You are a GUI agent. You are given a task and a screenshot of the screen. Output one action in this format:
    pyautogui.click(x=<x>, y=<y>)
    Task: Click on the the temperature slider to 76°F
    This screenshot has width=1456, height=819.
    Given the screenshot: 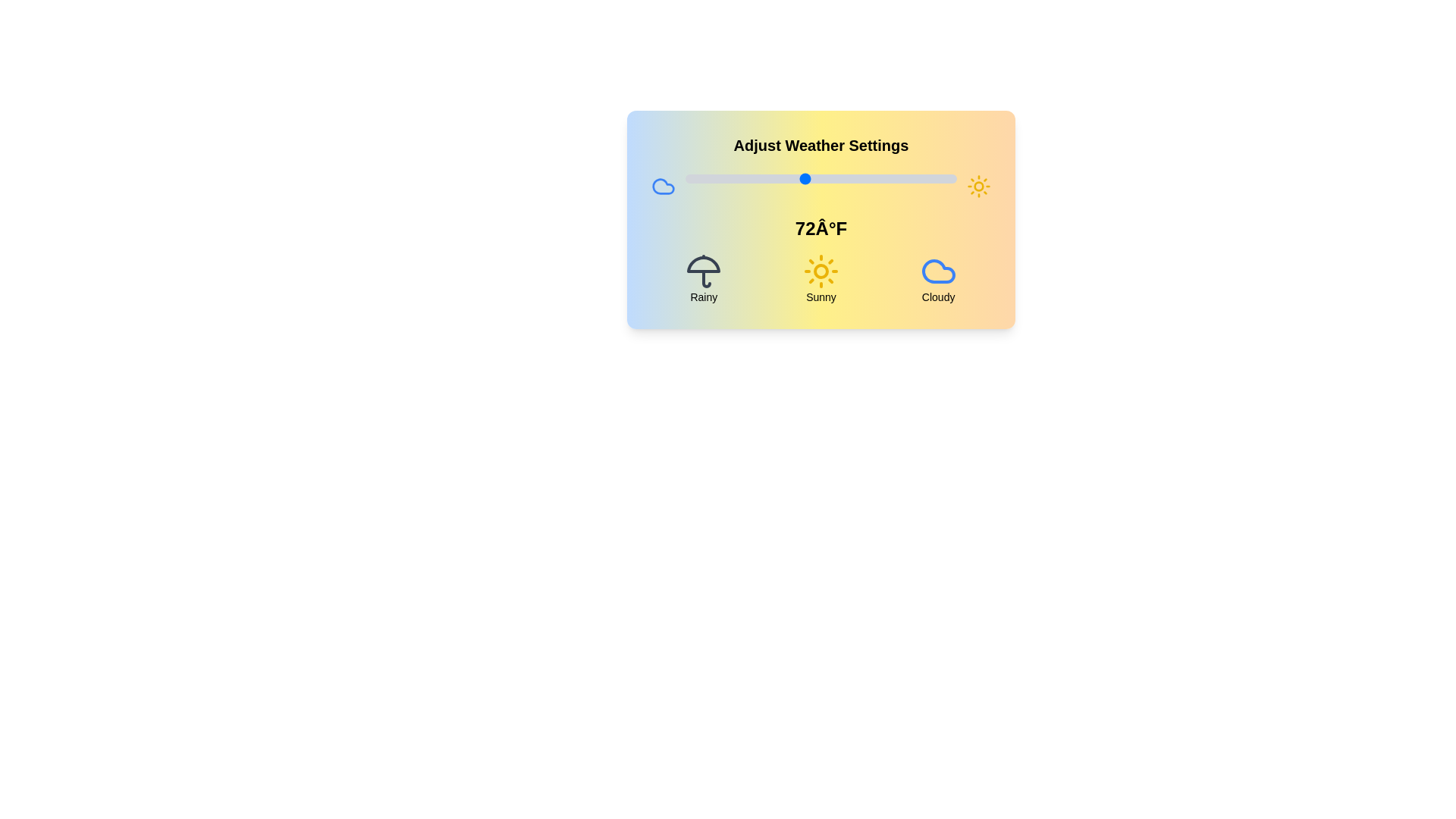 What is the action you would take?
    pyautogui.click(x=826, y=177)
    